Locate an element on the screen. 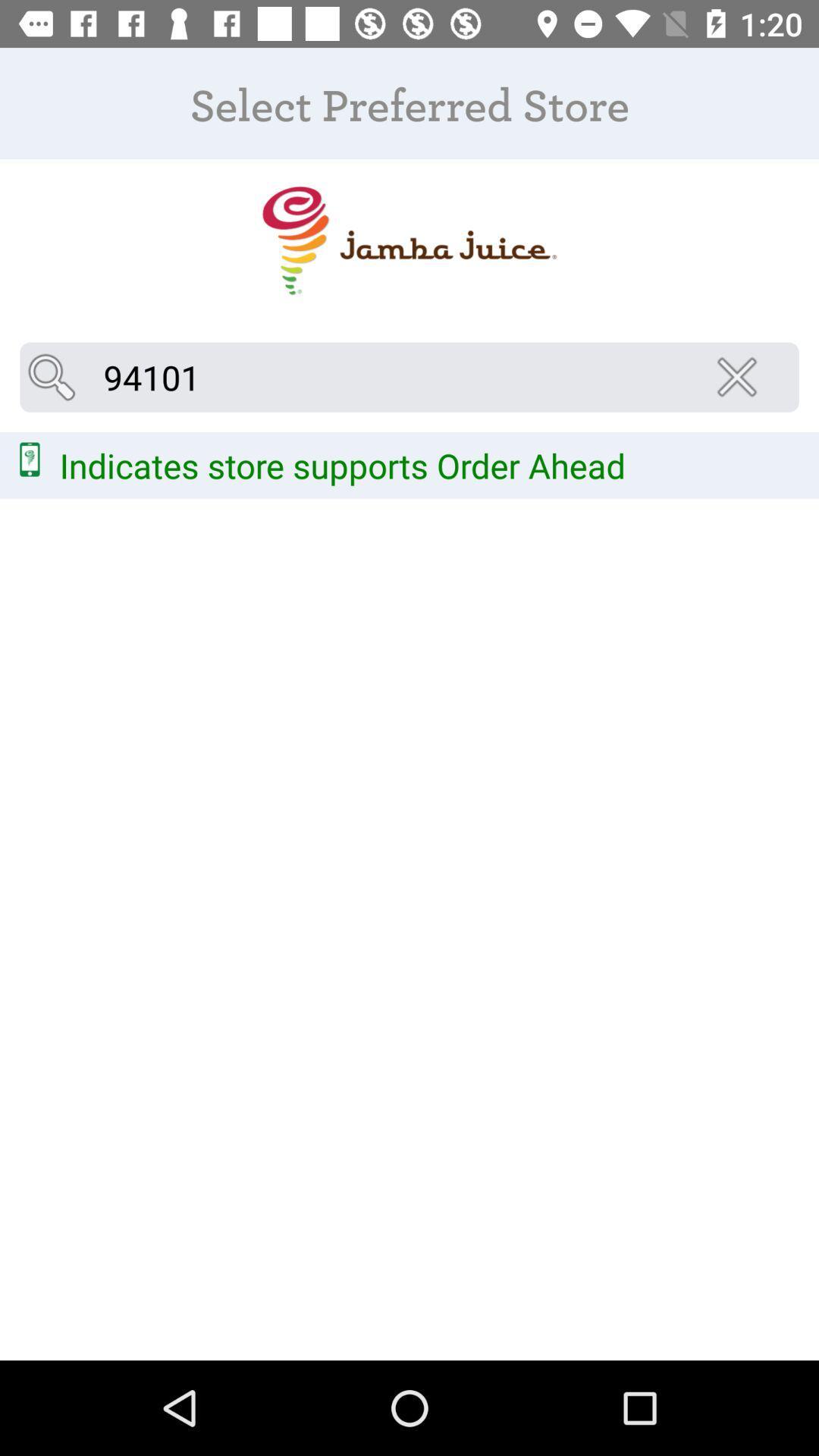  the close icon is located at coordinates (741, 377).